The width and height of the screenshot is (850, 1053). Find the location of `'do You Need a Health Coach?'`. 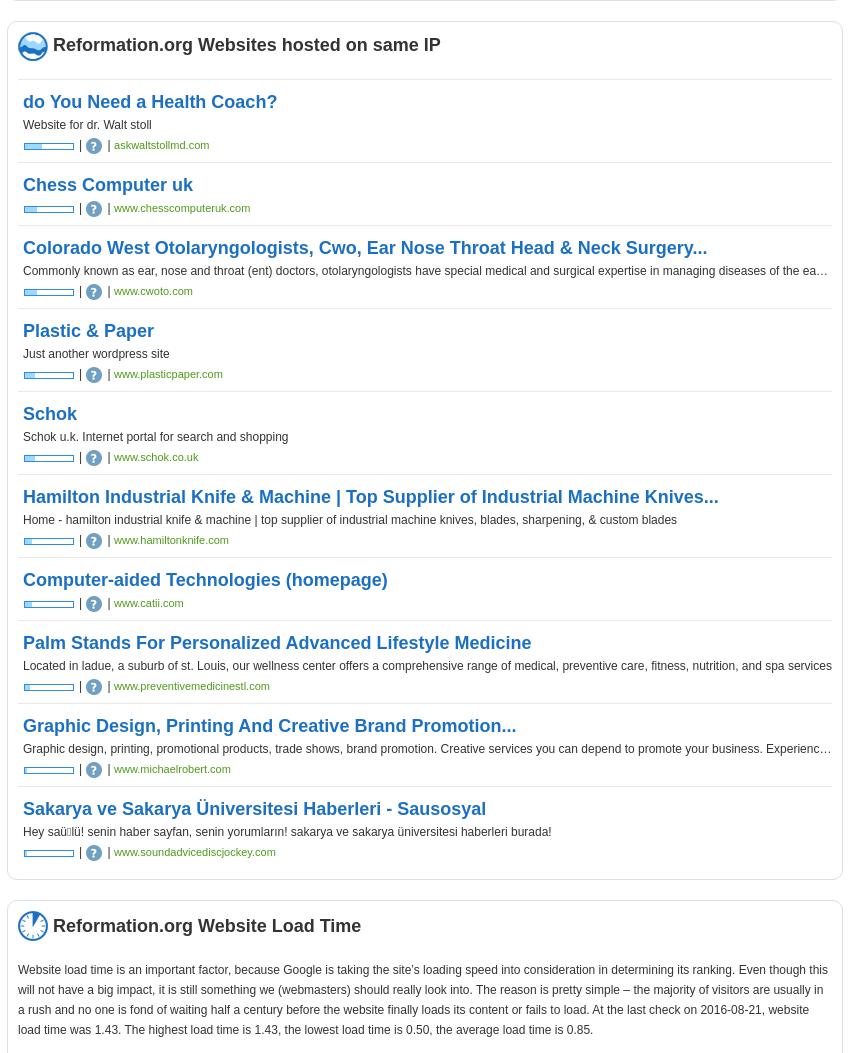

'do You Need a Health Coach?' is located at coordinates (22, 102).